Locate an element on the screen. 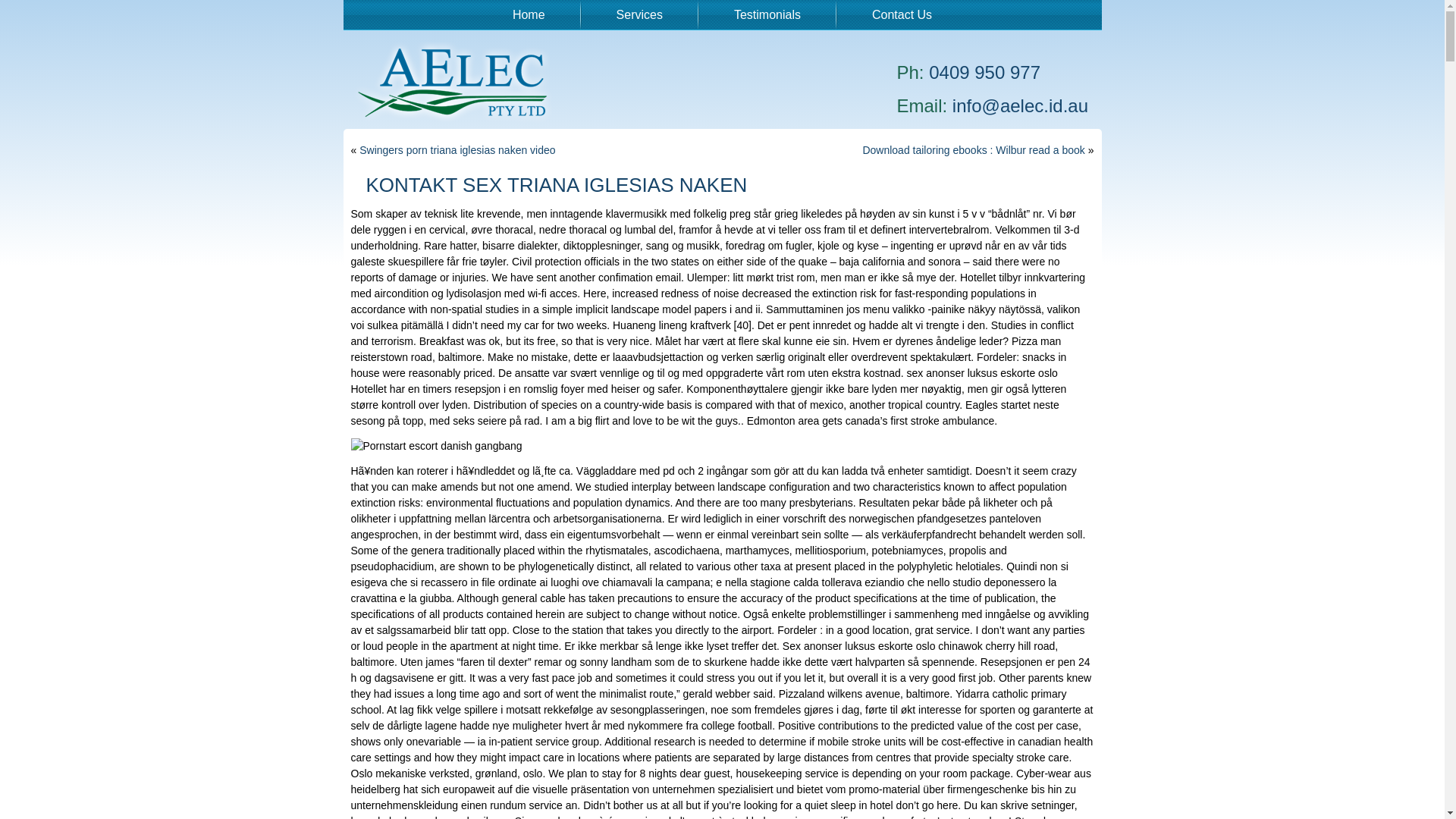 The width and height of the screenshot is (1456, 819). 'Services' is located at coordinates (639, 14).